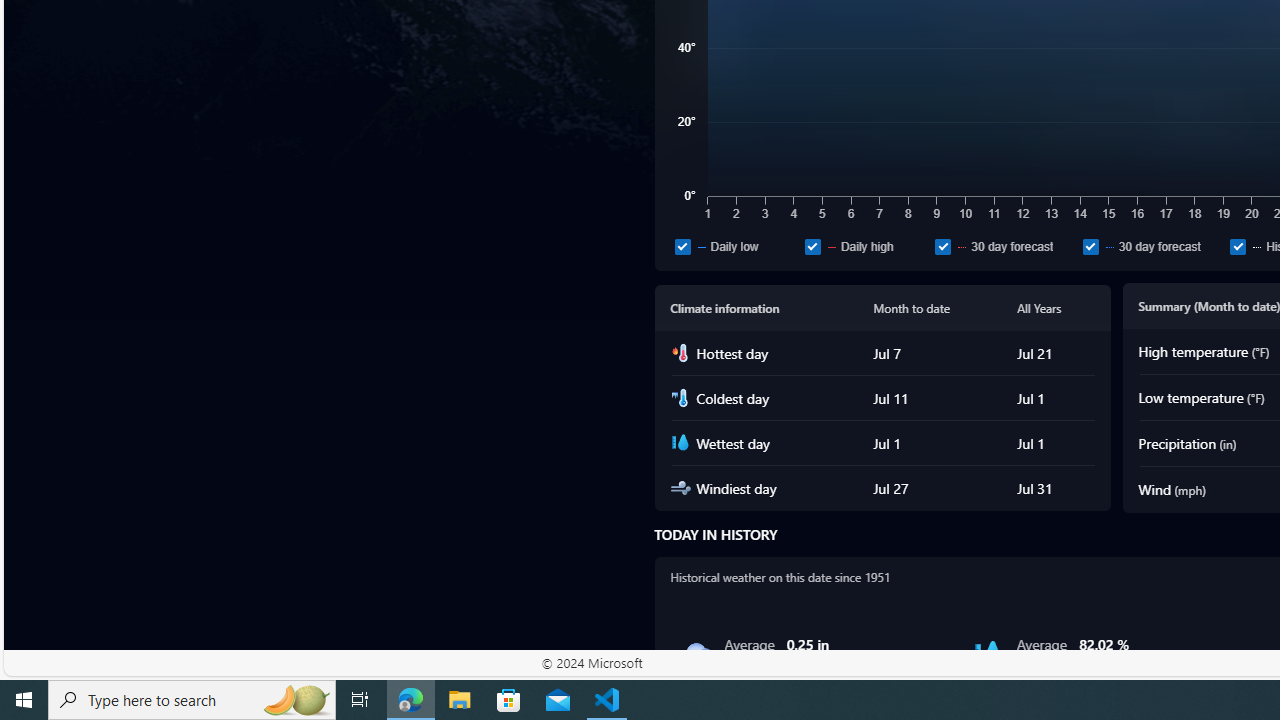 The height and width of the screenshot is (720, 1280). What do you see at coordinates (812, 245) in the screenshot?
I see `'Daily high'` at bounding box center [812, 245].